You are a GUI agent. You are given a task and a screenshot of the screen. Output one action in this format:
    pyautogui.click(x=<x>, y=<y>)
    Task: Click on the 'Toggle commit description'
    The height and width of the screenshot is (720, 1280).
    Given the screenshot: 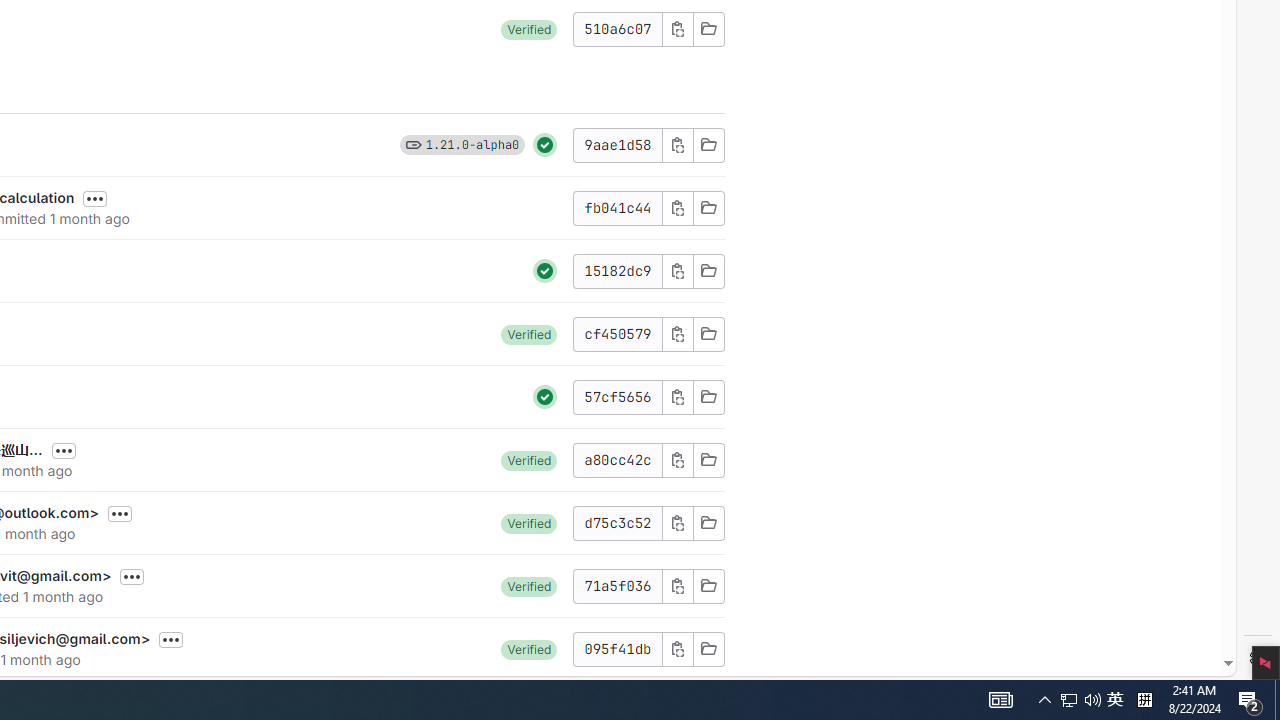 What is the action you would take?
    pyautogui.click(x=171, y=640)
    